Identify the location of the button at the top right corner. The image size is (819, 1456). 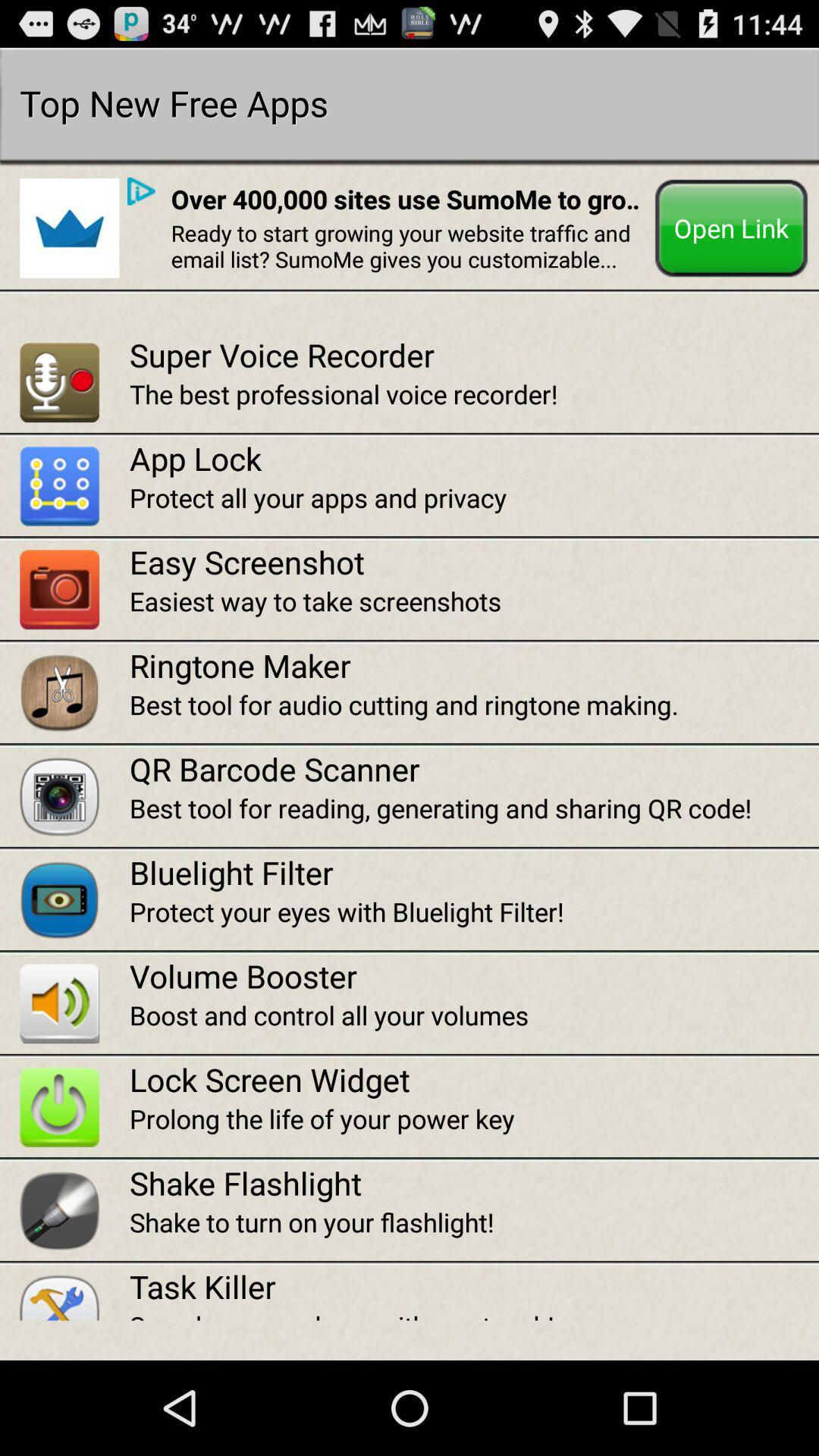
(730, 227).